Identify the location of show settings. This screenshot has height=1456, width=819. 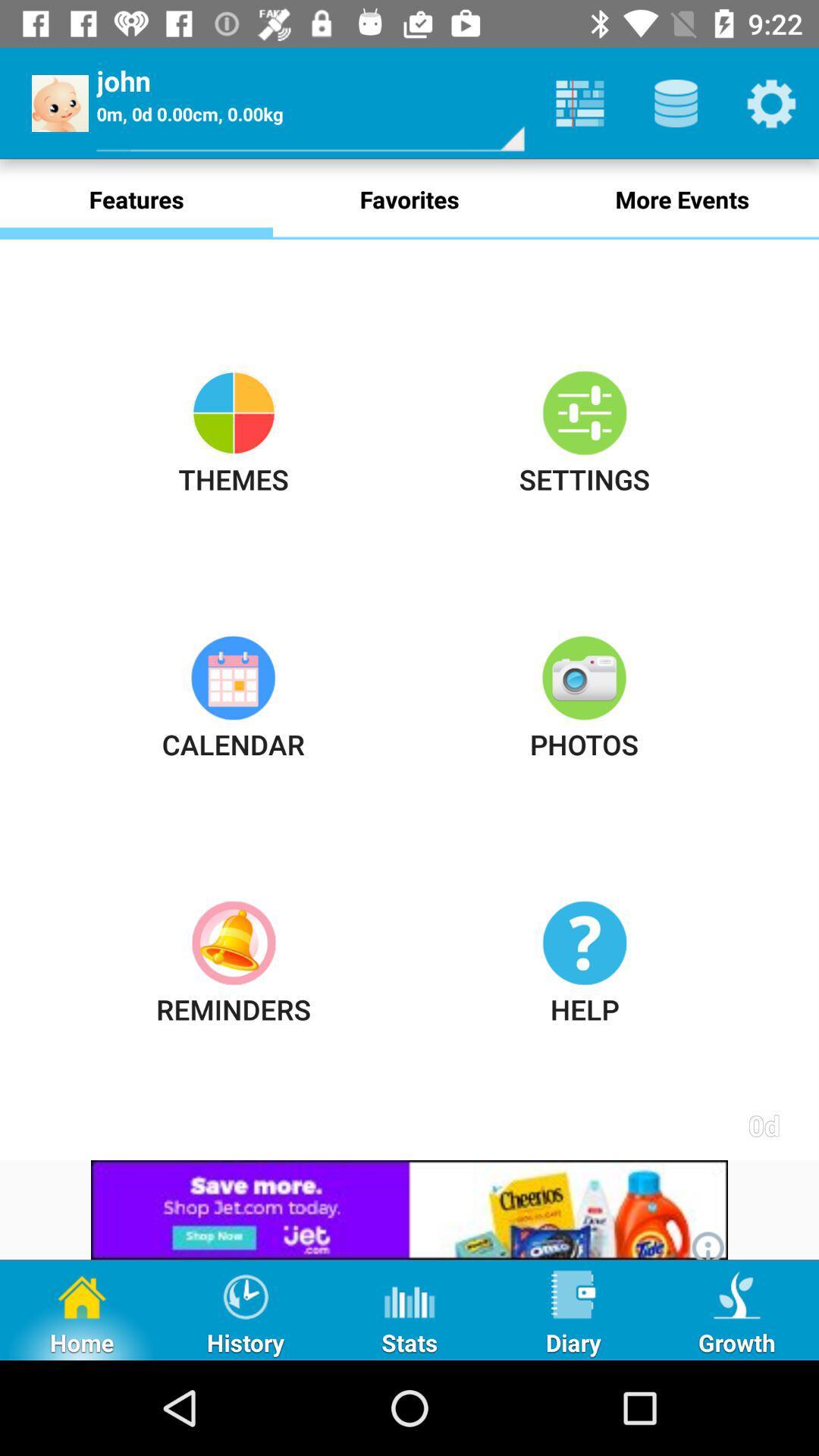
(771, 102).